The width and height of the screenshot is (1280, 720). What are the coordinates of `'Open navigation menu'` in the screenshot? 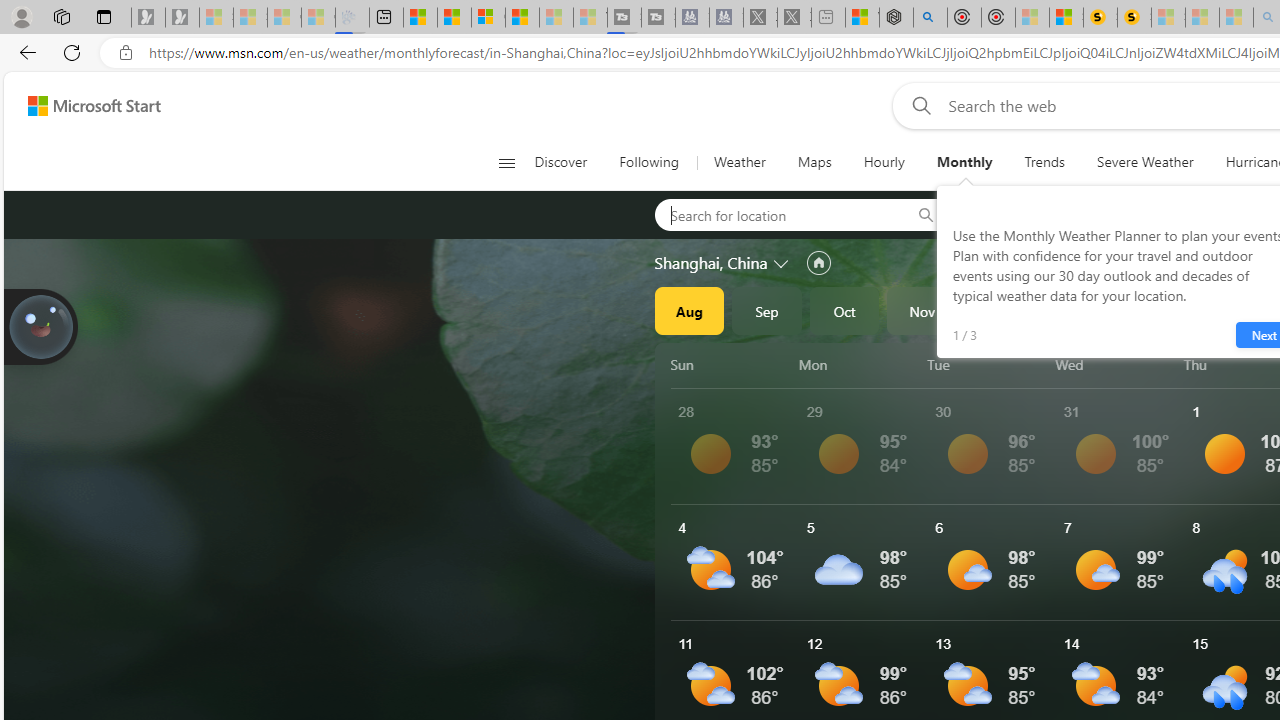 It's located at (506, 162).